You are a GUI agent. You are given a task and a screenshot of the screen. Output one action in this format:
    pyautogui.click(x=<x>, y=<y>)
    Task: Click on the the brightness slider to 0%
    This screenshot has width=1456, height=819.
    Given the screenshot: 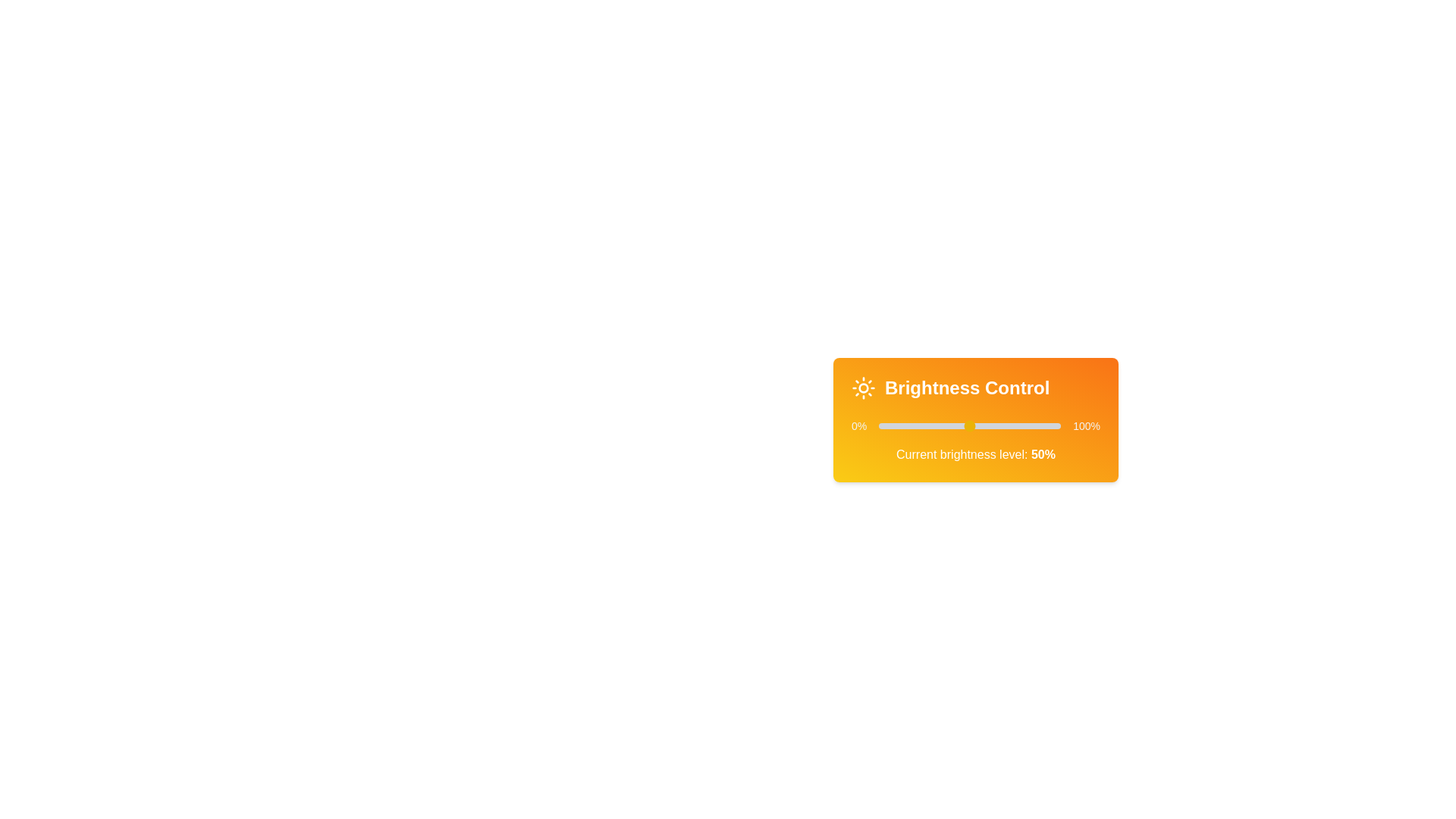 What is the action you would take?
    pyautogui.click(x=879, y=426)
    